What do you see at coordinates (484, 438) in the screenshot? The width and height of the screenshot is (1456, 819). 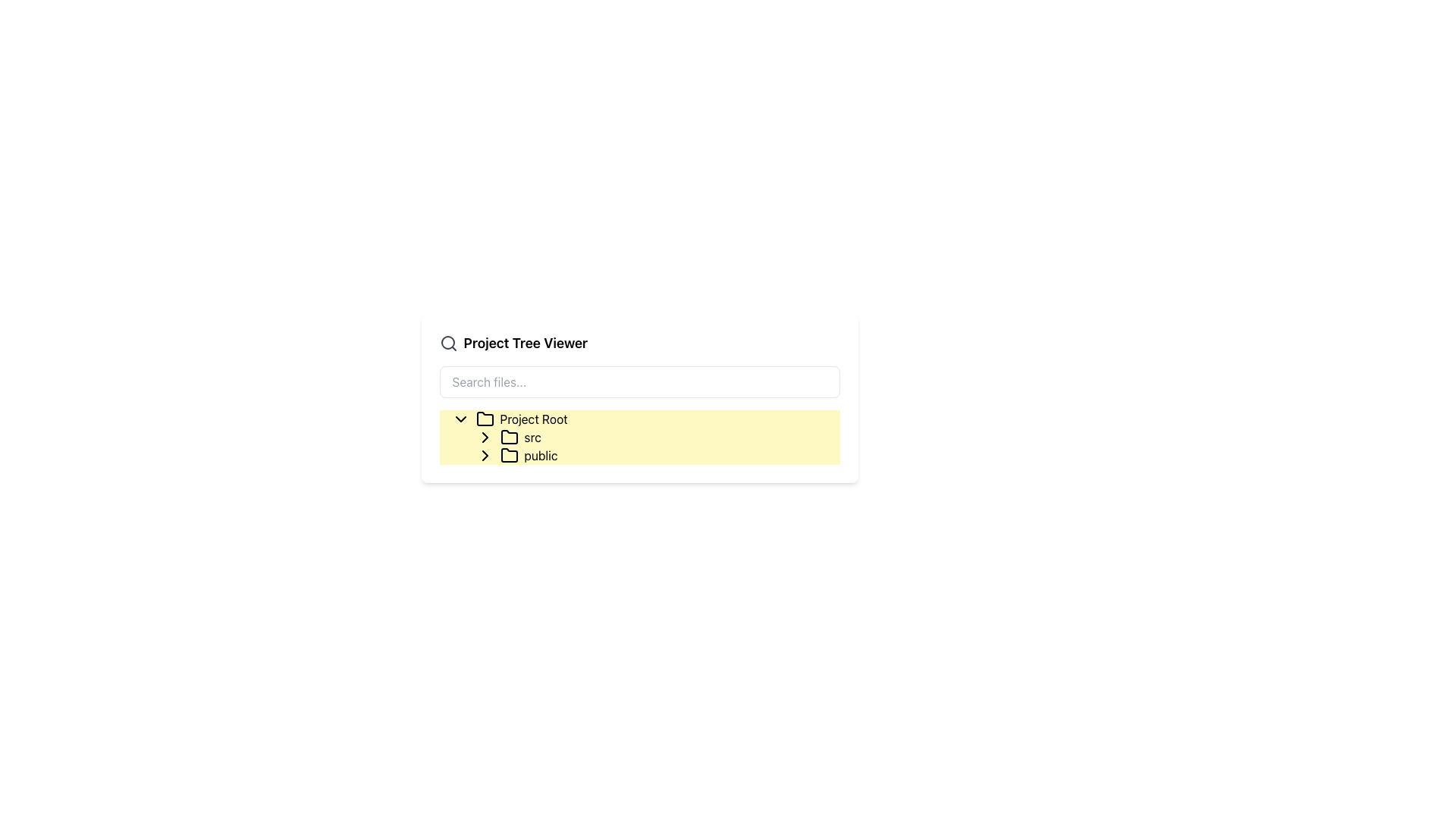 I see `the folder toggle button located to the left of the 'public' folder label in the file tree interface` at bounding box center [484, 438].